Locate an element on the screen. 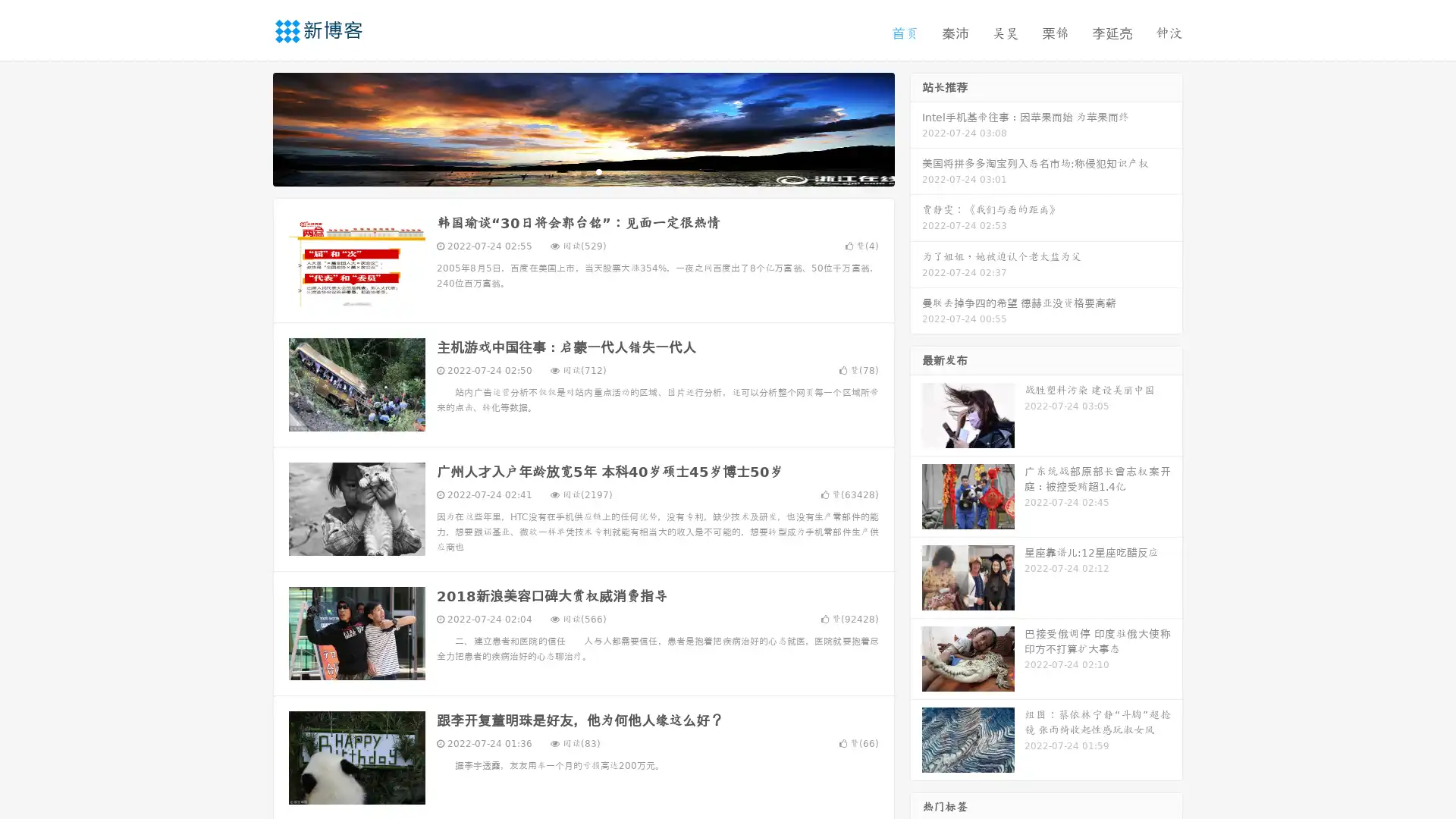 This screenshot has height=819, width=1456. Go to slide 3 is located at coordinates (598, 171).